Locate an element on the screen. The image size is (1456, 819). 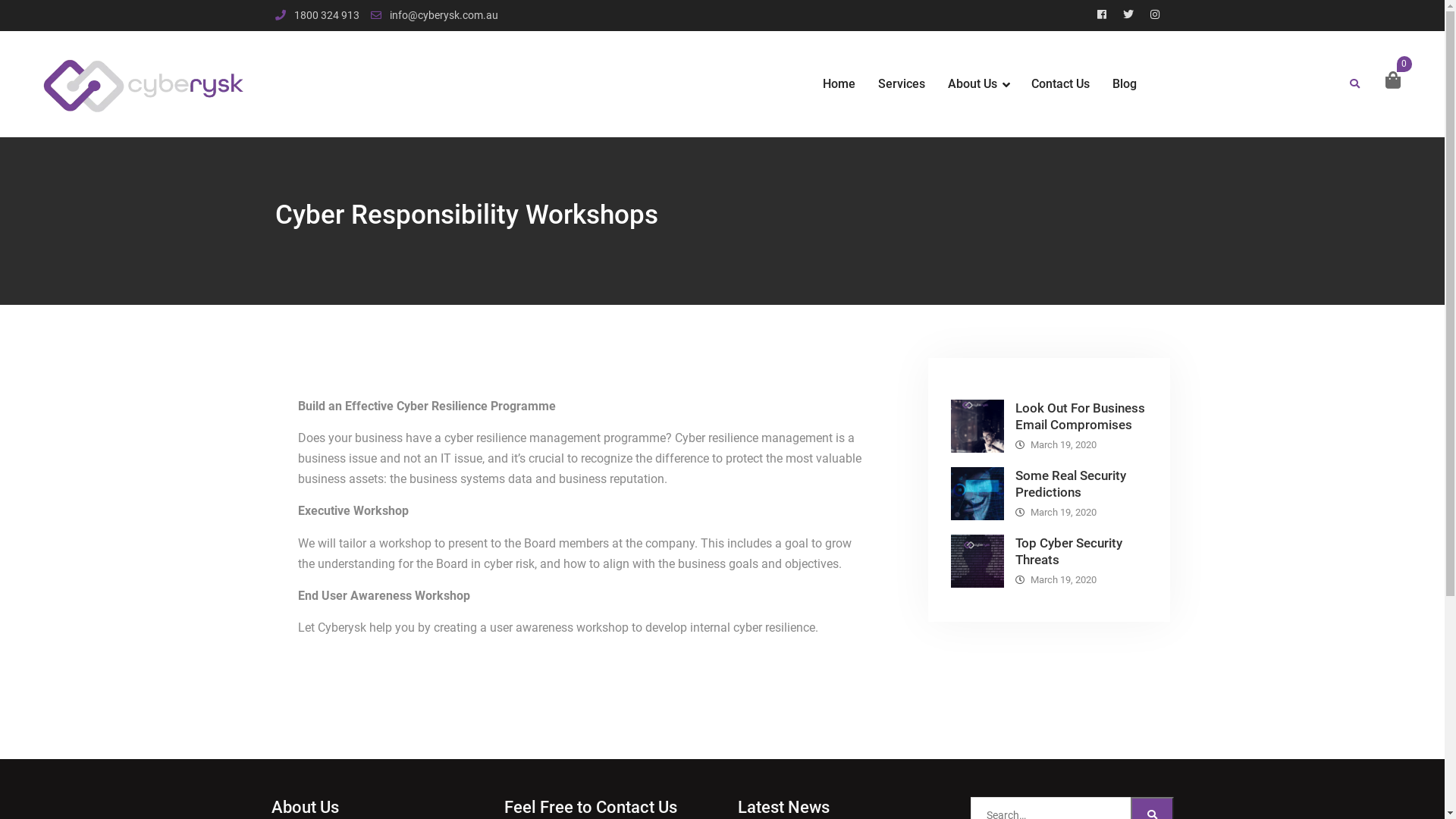
'Home' is located at coordinates (838, 84).